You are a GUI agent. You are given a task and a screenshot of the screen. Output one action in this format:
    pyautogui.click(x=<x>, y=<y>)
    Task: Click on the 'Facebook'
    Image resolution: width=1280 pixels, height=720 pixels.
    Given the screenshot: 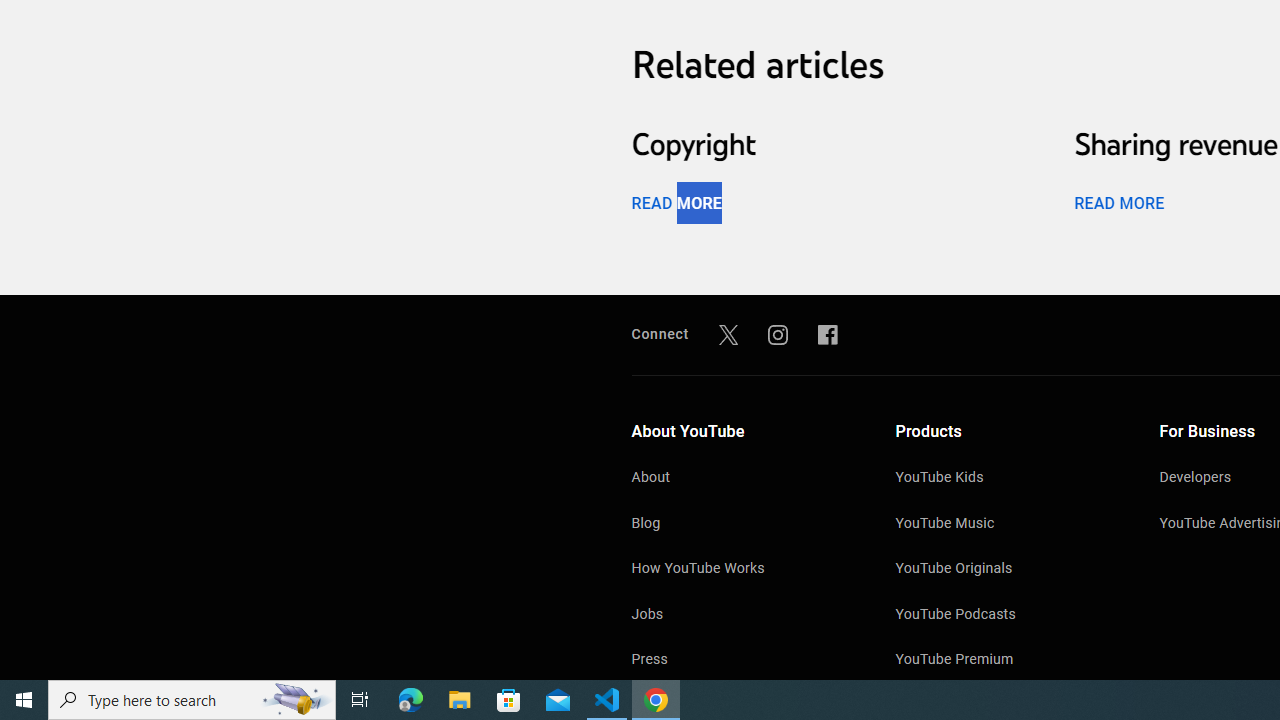 What is the action you would take?
    pyautogui.click(x=828, y=333)
    